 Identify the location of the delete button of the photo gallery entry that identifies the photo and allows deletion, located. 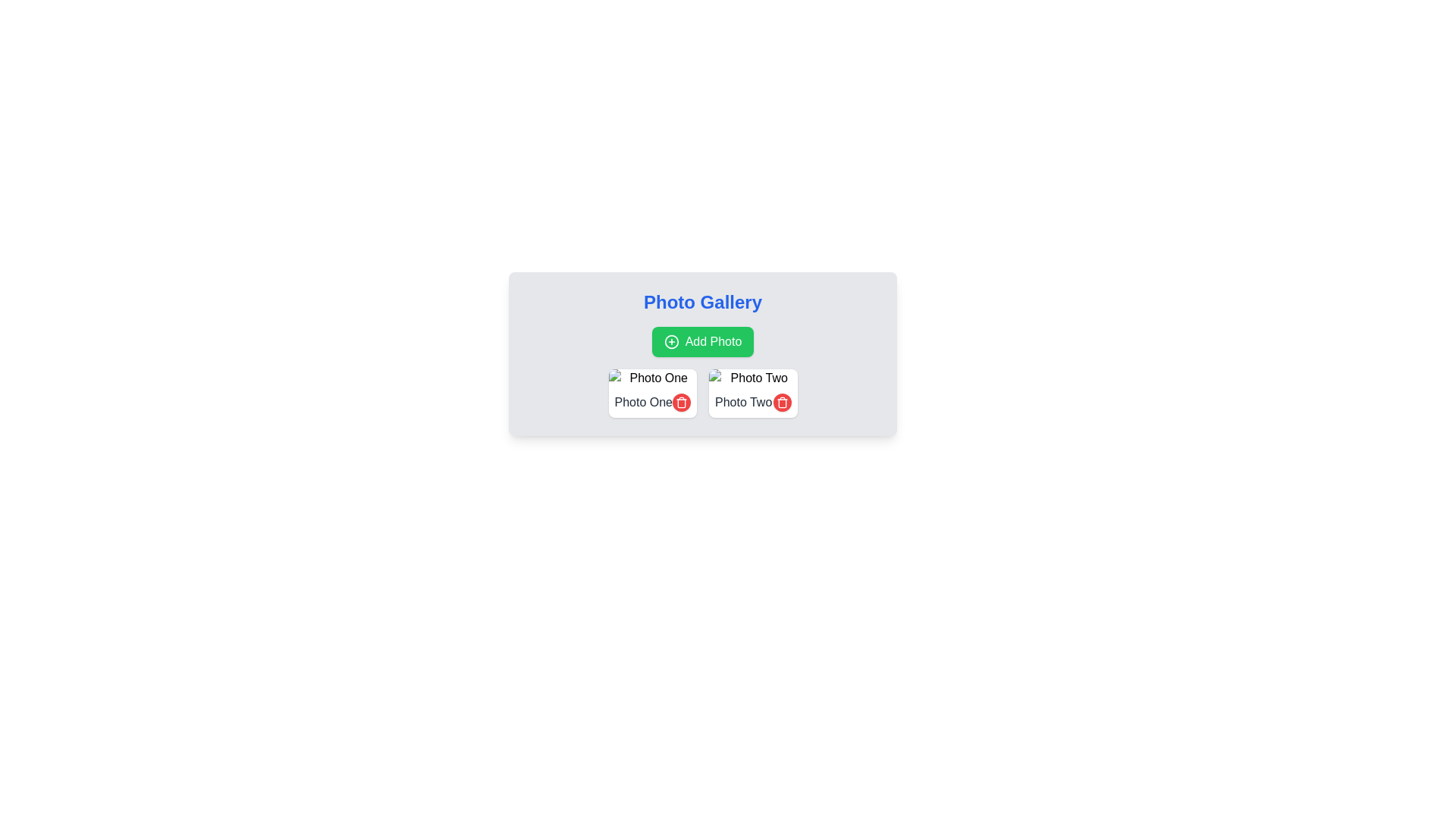
(753, 393).